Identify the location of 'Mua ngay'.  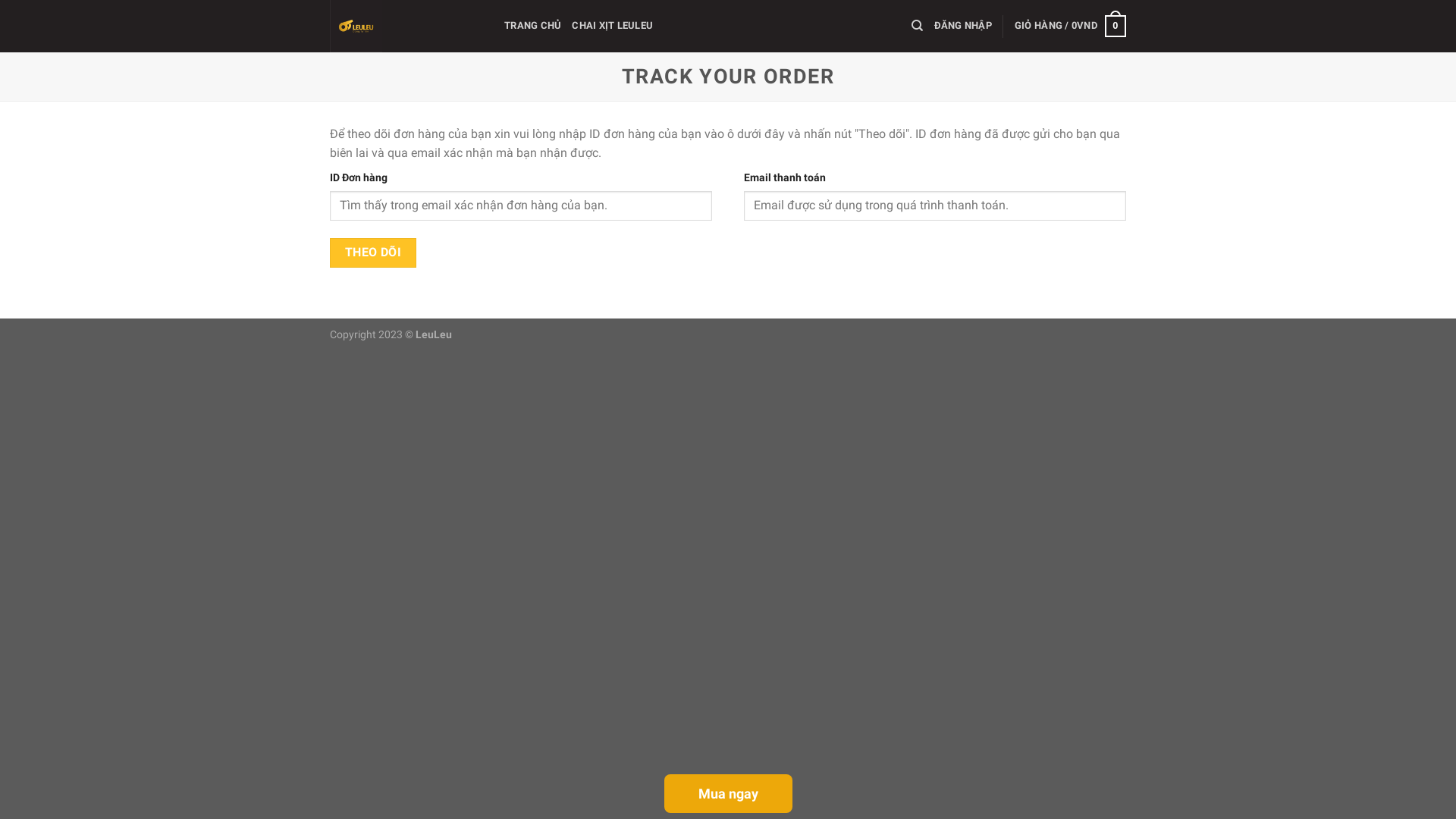
(728, 792).